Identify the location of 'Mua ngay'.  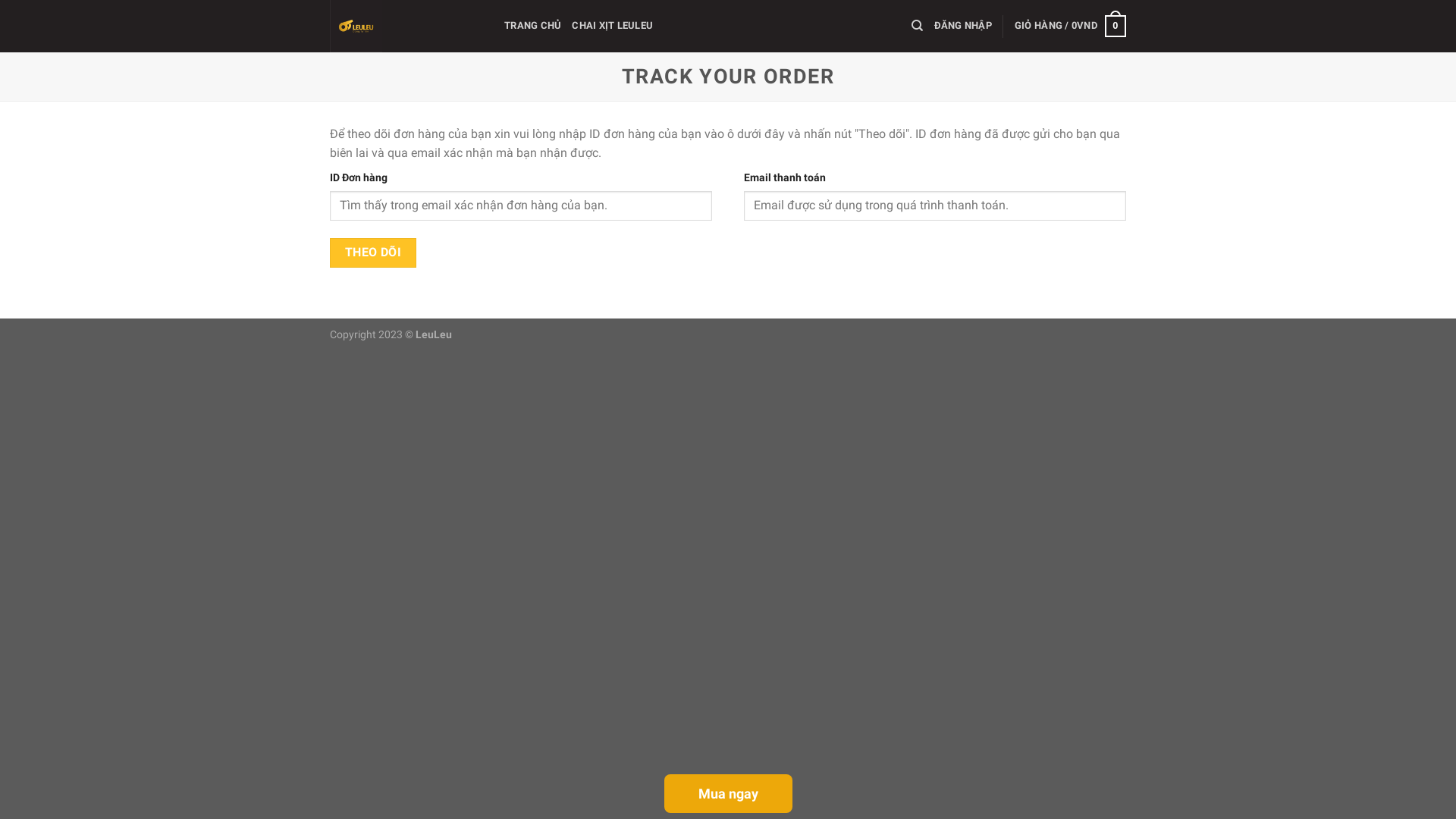
(728, 792).